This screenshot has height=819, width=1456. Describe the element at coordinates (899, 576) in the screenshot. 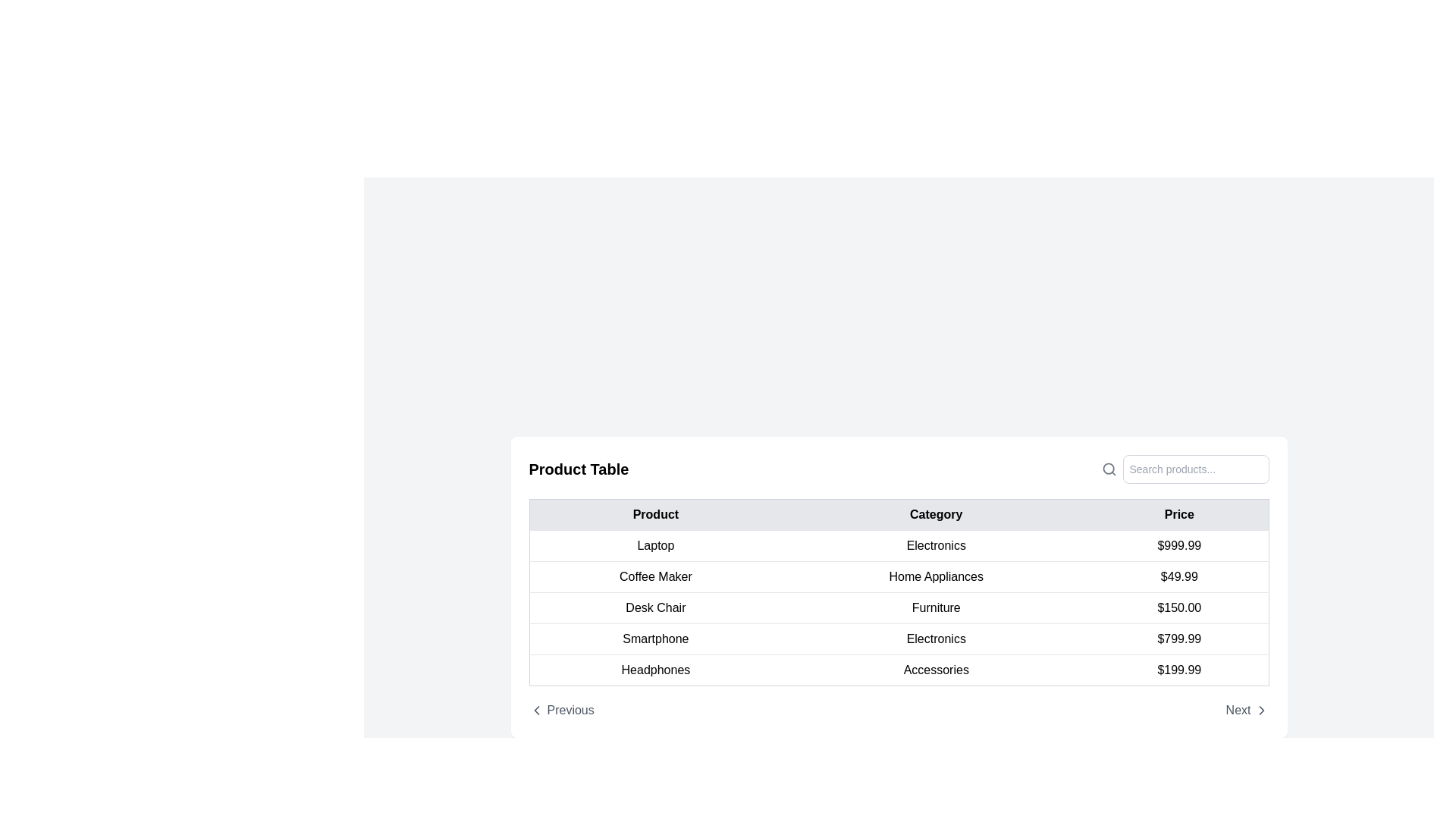

I see `the second row item in the product table that contains detailed information about a product, located centrally under the 'Product', 'Category', and 'Price' headers` at that location.